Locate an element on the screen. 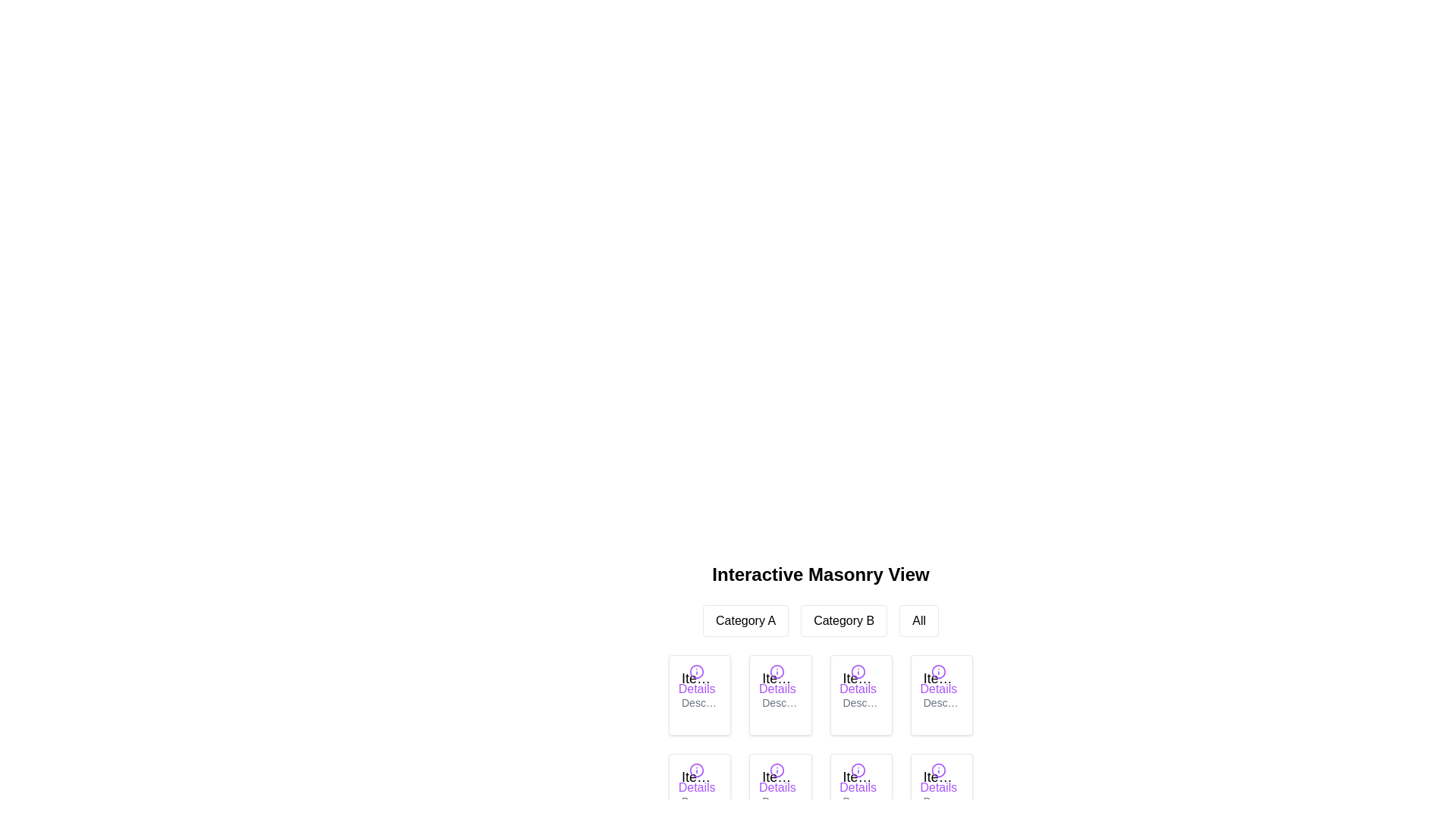  the first button among three sibling buttons located above the grid of items is located at coordinates (745, 620).